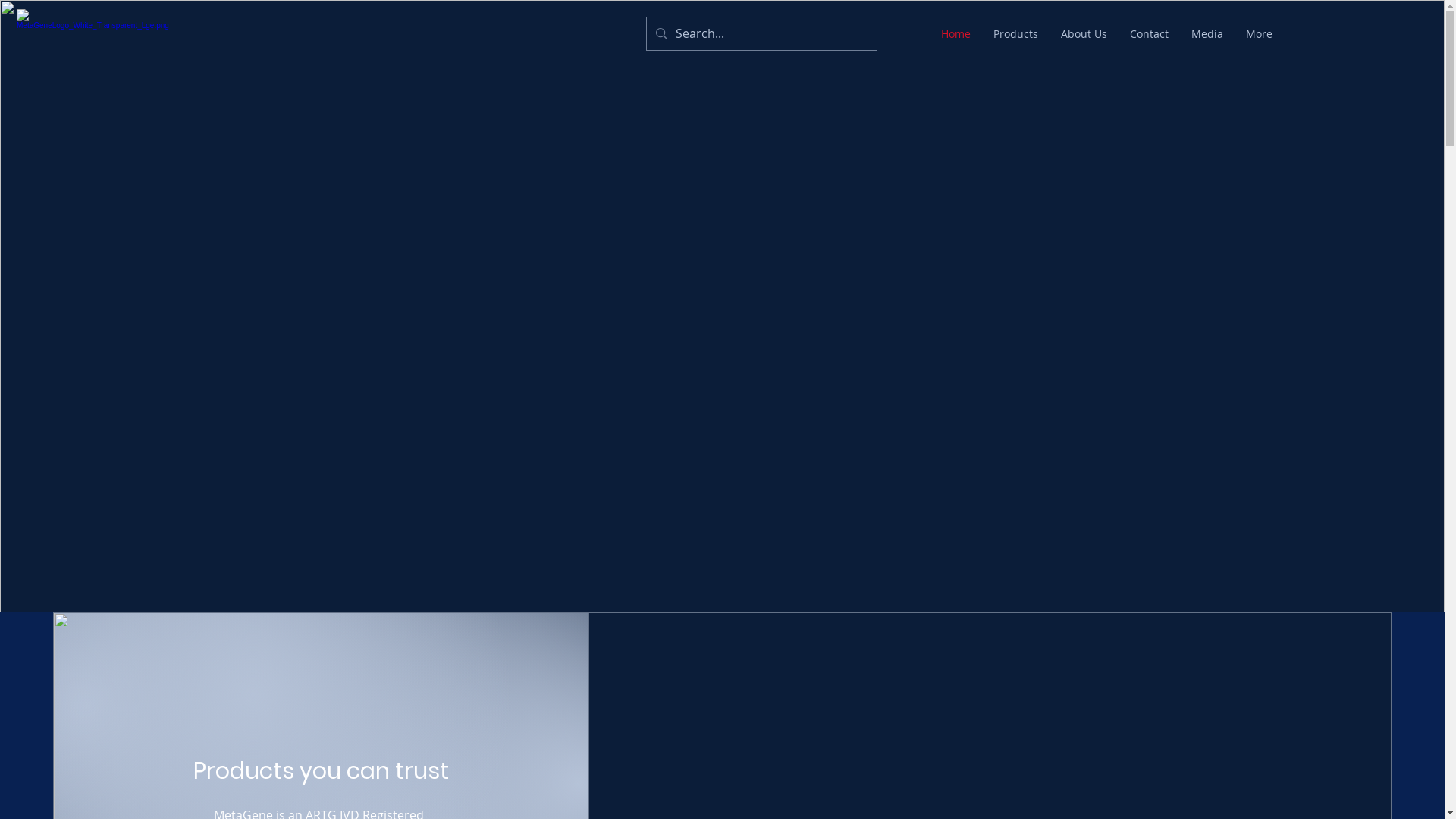 This screenshot has width=1456, height=819. Describe the element at coordinates (1083, 34) in the screenshot. I see `'About Us'` at that location.